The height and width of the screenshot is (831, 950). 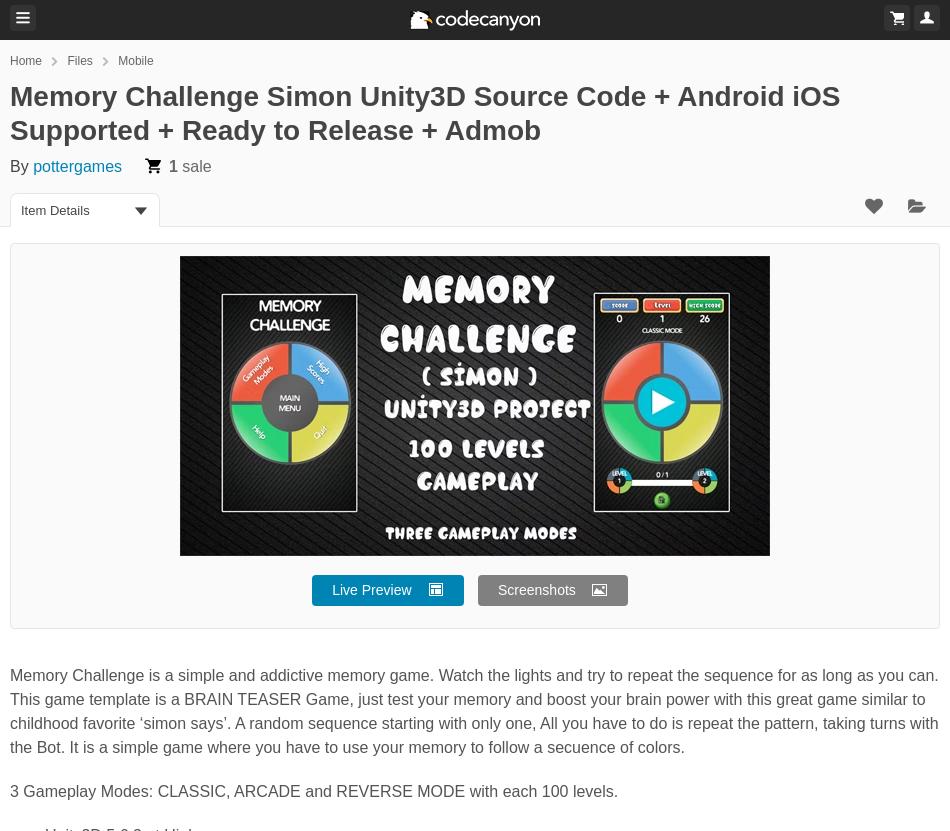 I want to click on 'pottergames', so click(x=77, y=165).